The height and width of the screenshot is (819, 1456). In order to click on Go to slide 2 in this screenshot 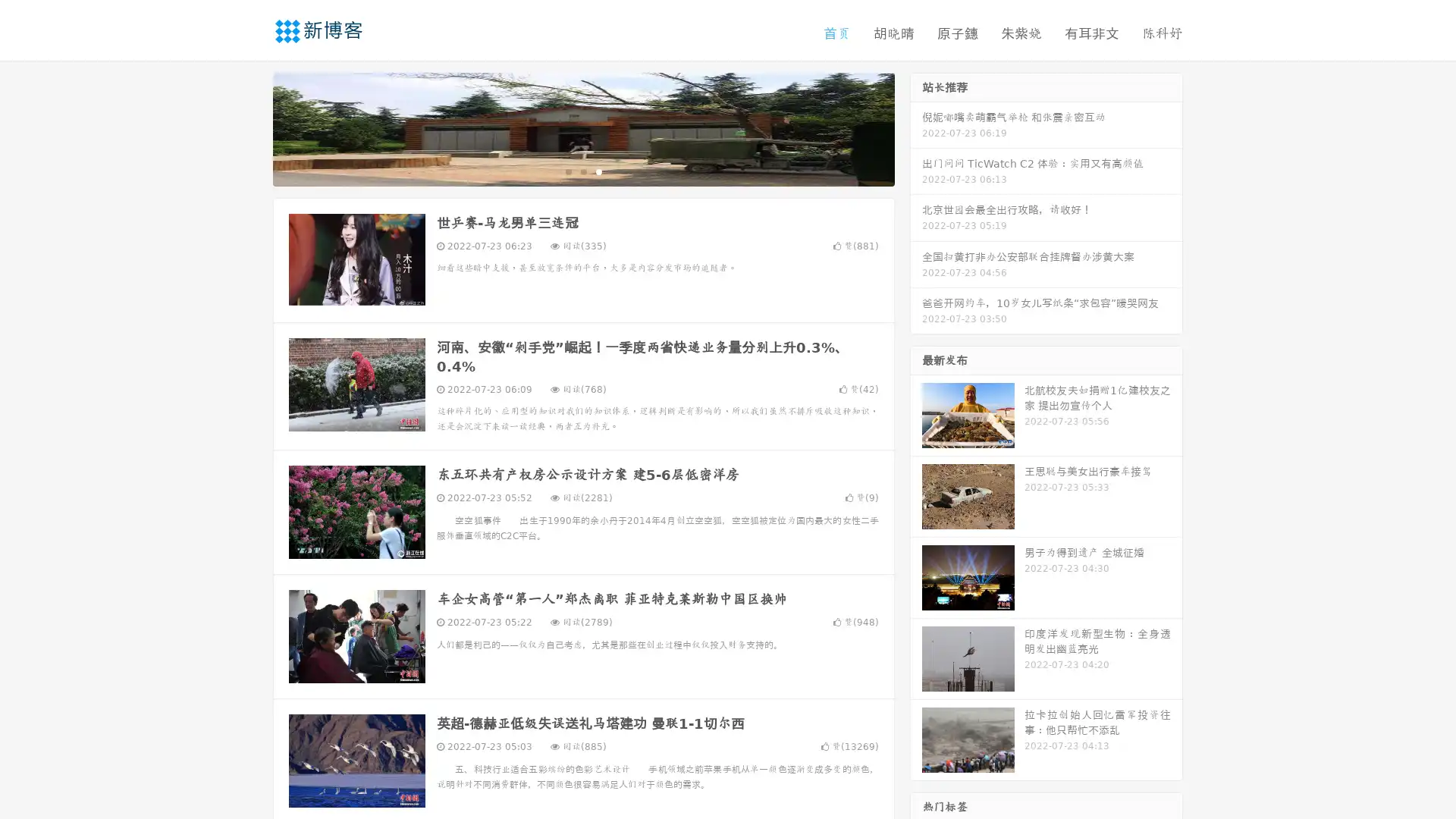, I will do `click(582, 171)`.